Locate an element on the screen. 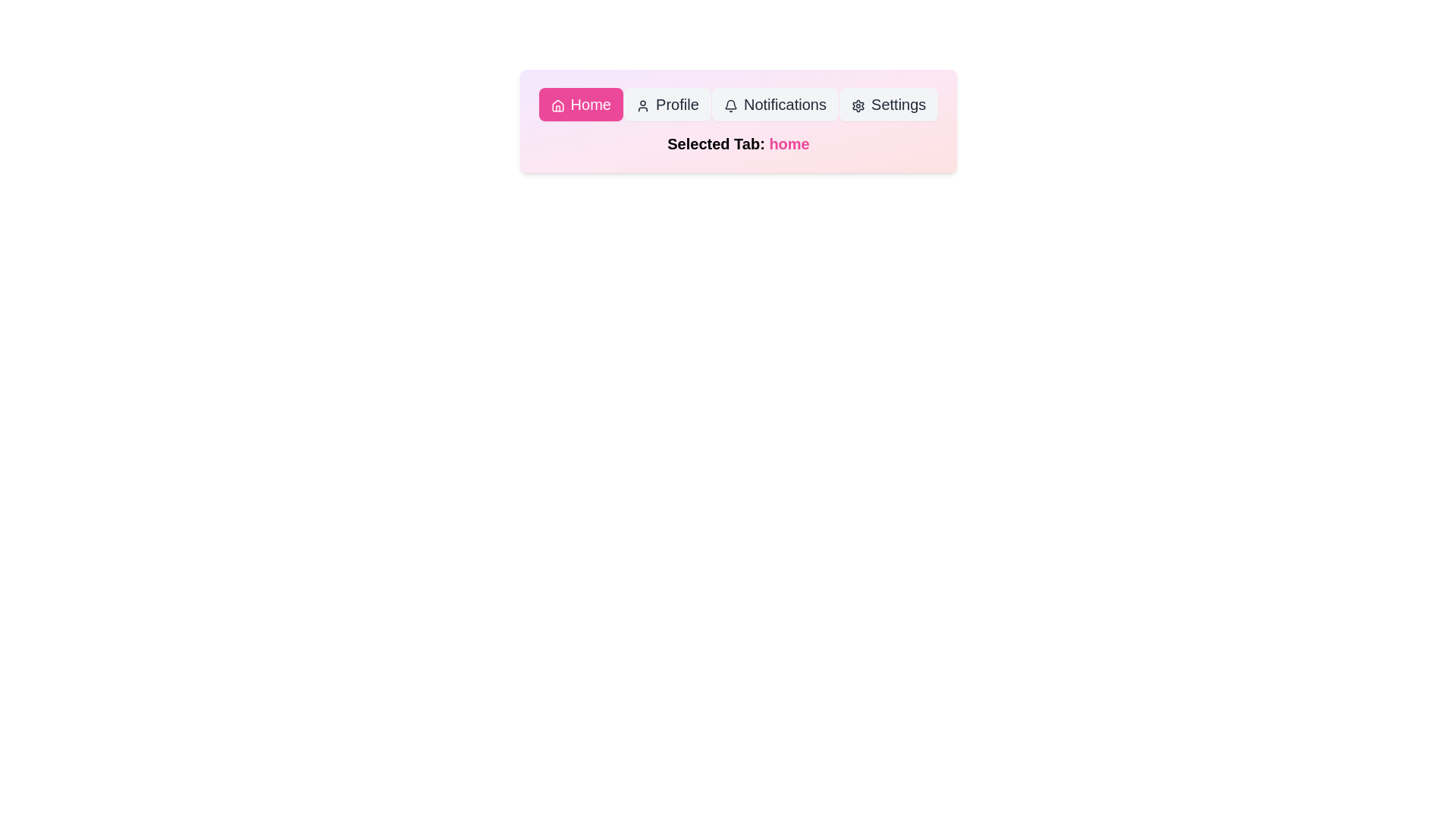  the user silhouette icon located within the 'Profile' button on the navigation menu, which is positioned to the left of the text 'Profile' is located at coordinates (643, 105).